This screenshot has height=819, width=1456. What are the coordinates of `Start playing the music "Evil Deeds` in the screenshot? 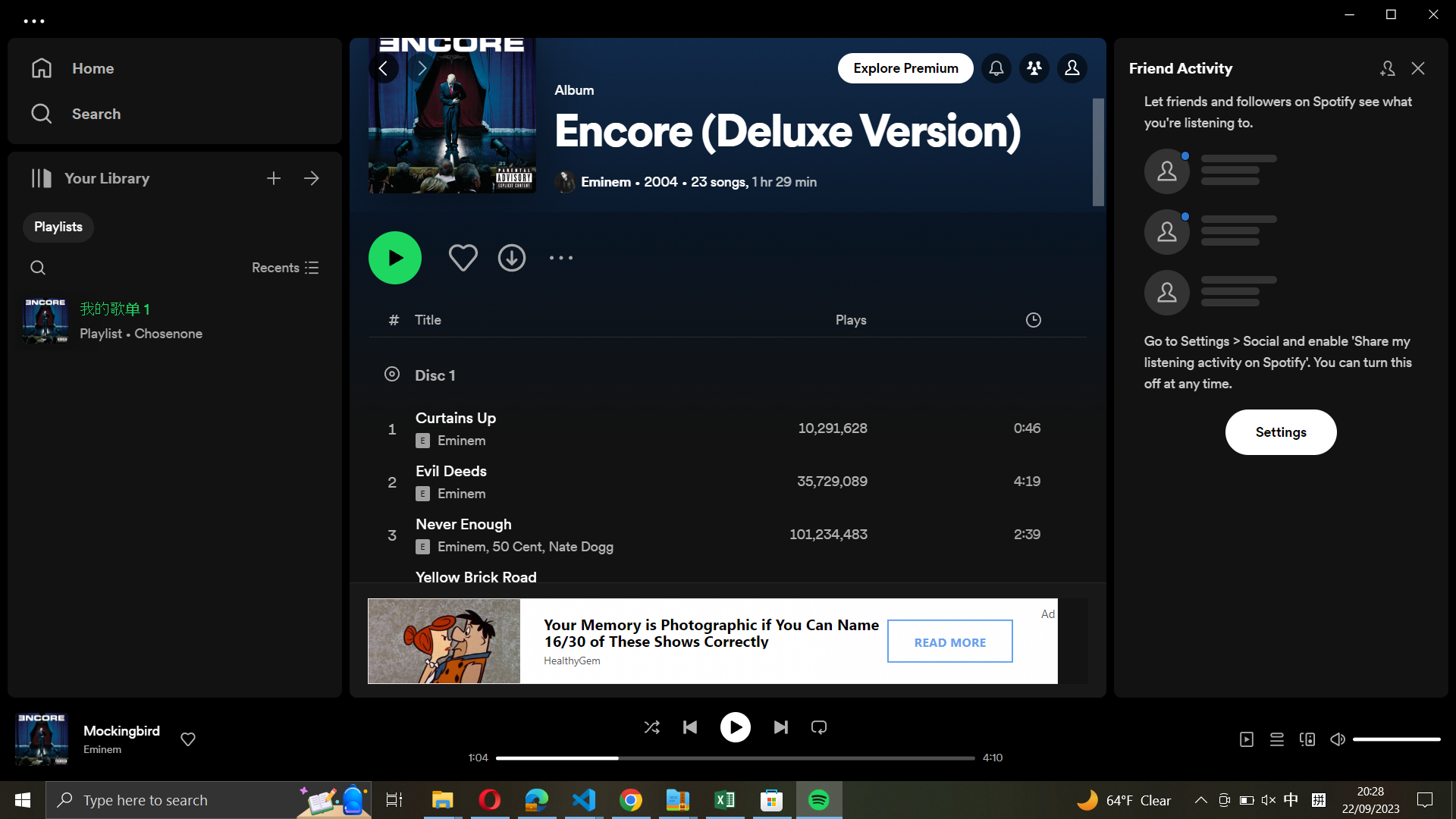 It's located at (726, 483).